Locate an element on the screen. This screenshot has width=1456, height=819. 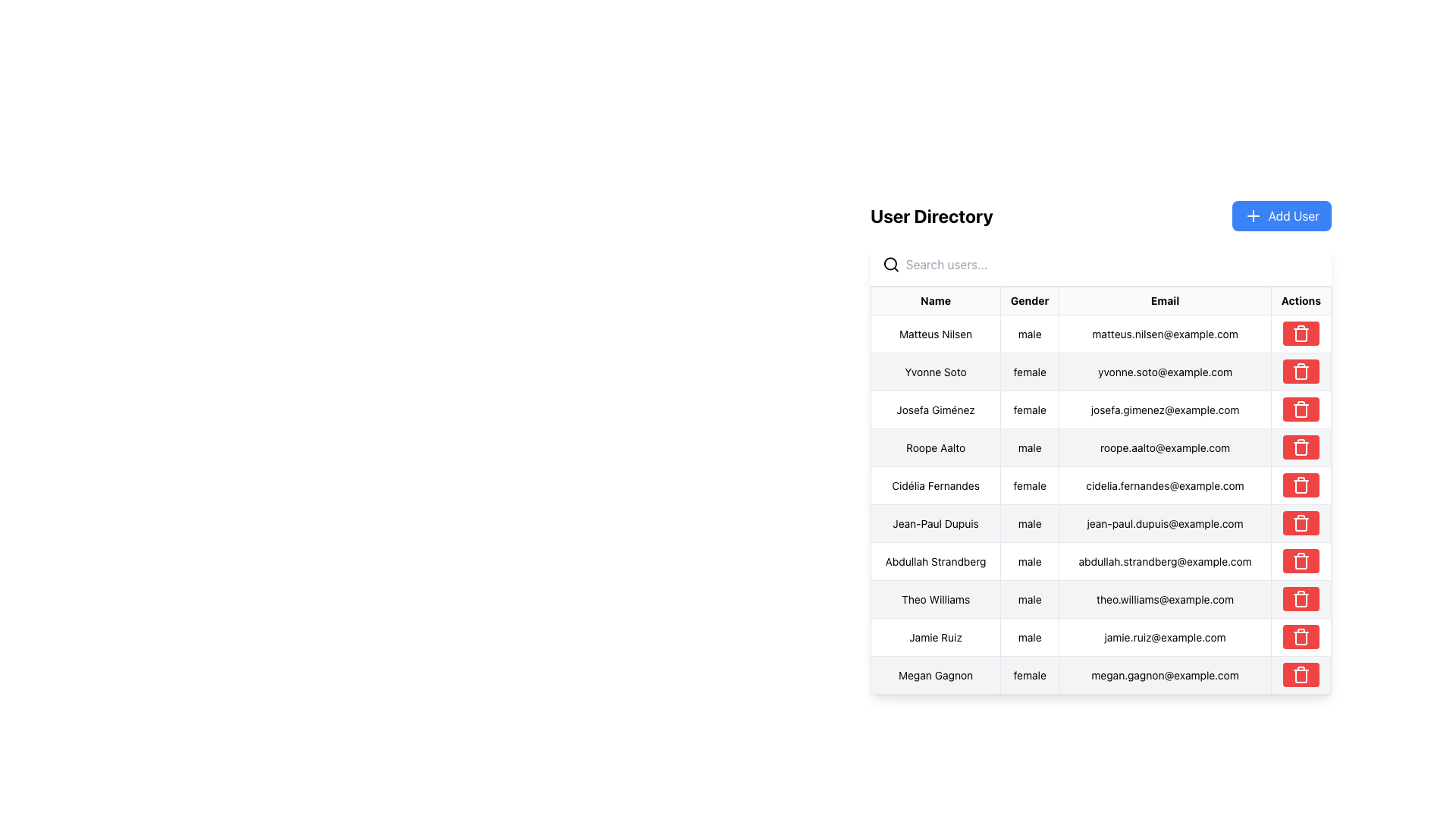
the red button with a trash can icon located in the far-right column of the data table, associated with the entry for 'Megan Gagnon', to initiate a delete action is located at coordinates (1300, 674).